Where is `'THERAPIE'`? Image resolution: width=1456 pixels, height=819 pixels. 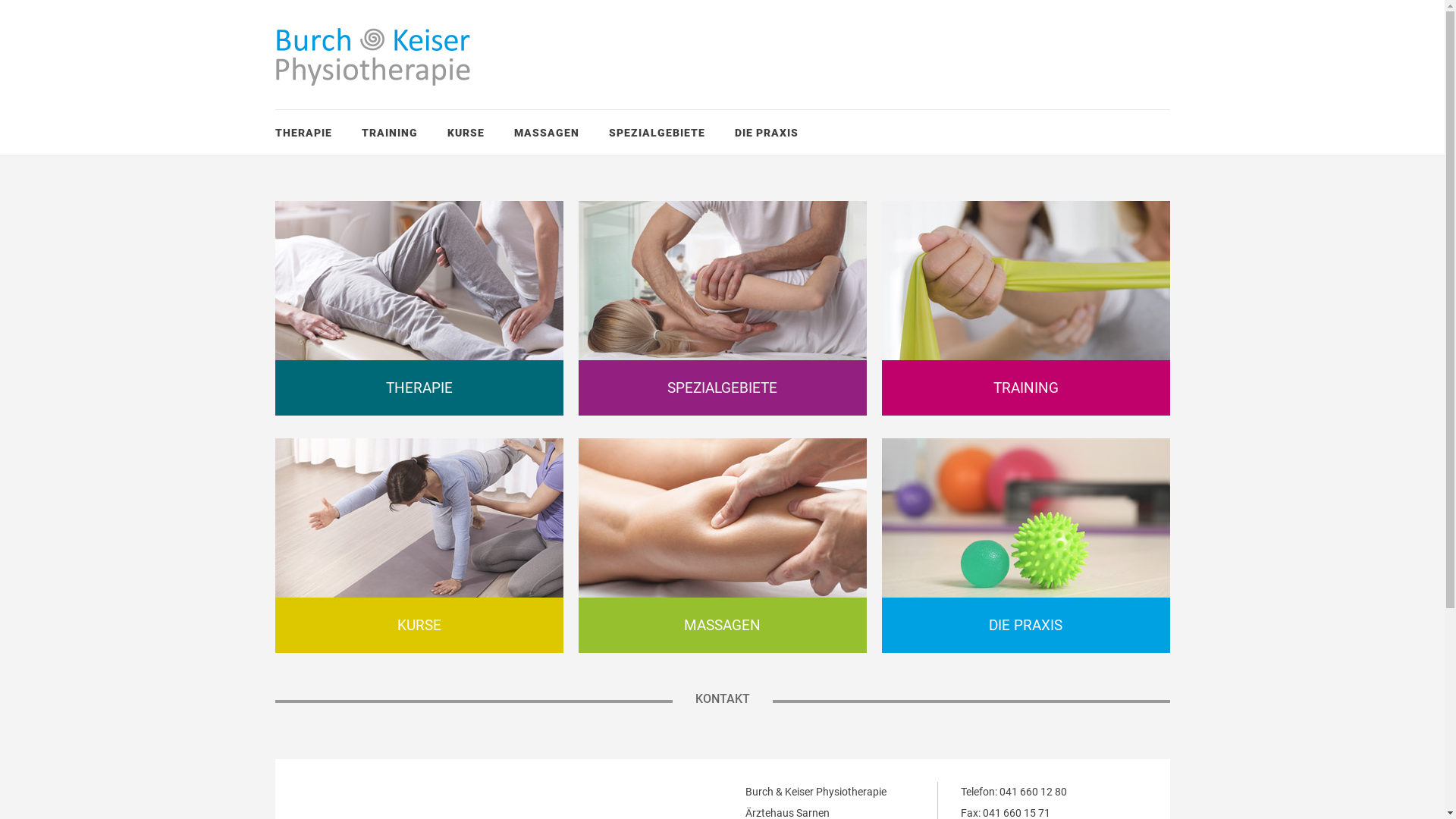
'THERAPIE' is located at coordinates (303, 131).